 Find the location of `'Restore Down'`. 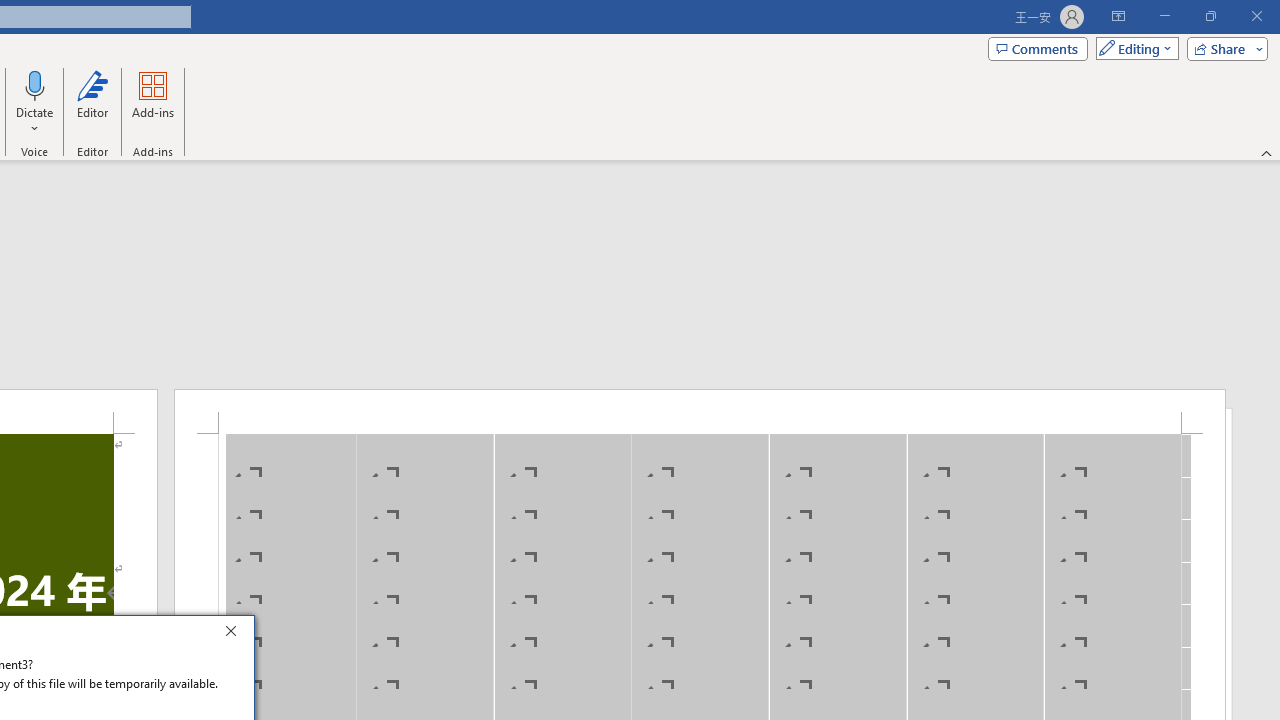

'Restore Down' is located at coordinates (1209, 16).